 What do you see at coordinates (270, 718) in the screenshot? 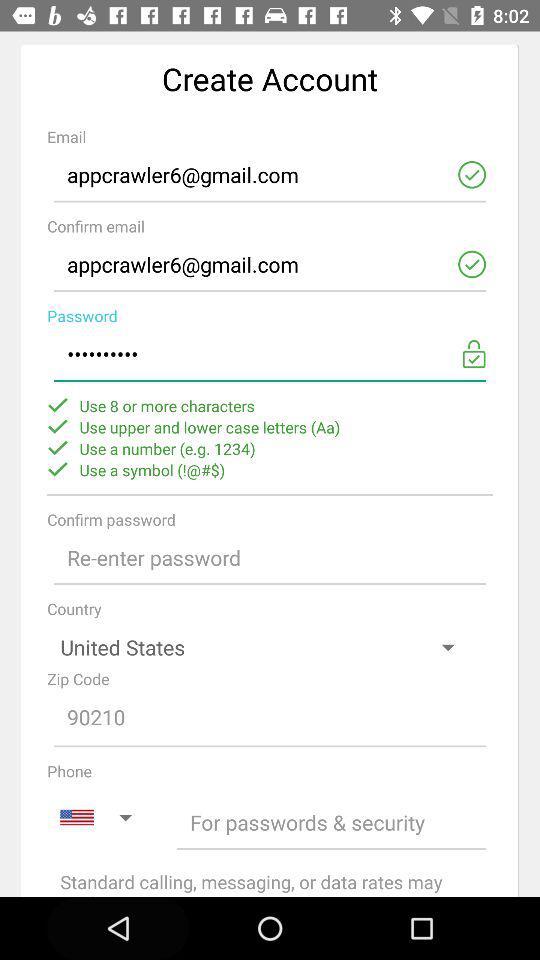
I see `zip code` at bounding box center [270, 718].